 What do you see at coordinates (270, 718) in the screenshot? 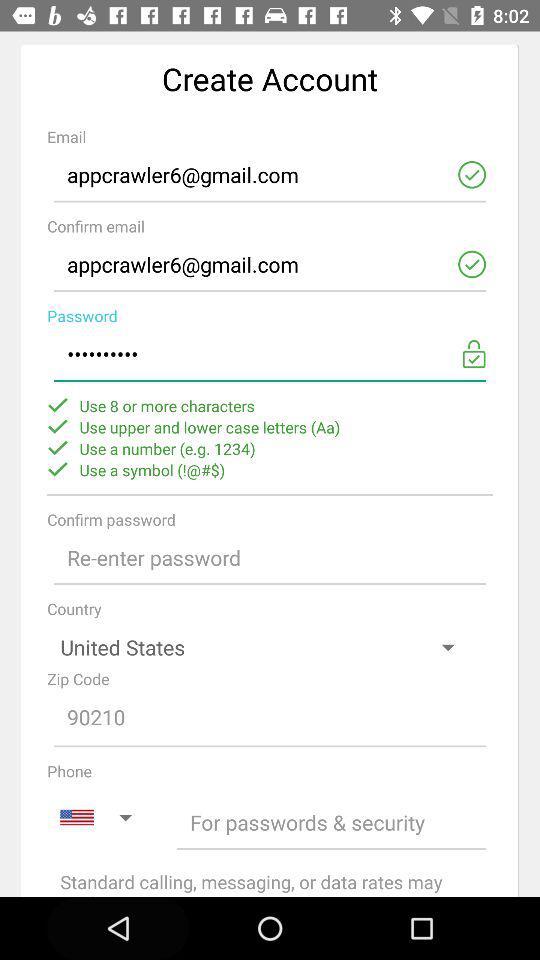
I see `zip code` at bounding box center [270, 718].